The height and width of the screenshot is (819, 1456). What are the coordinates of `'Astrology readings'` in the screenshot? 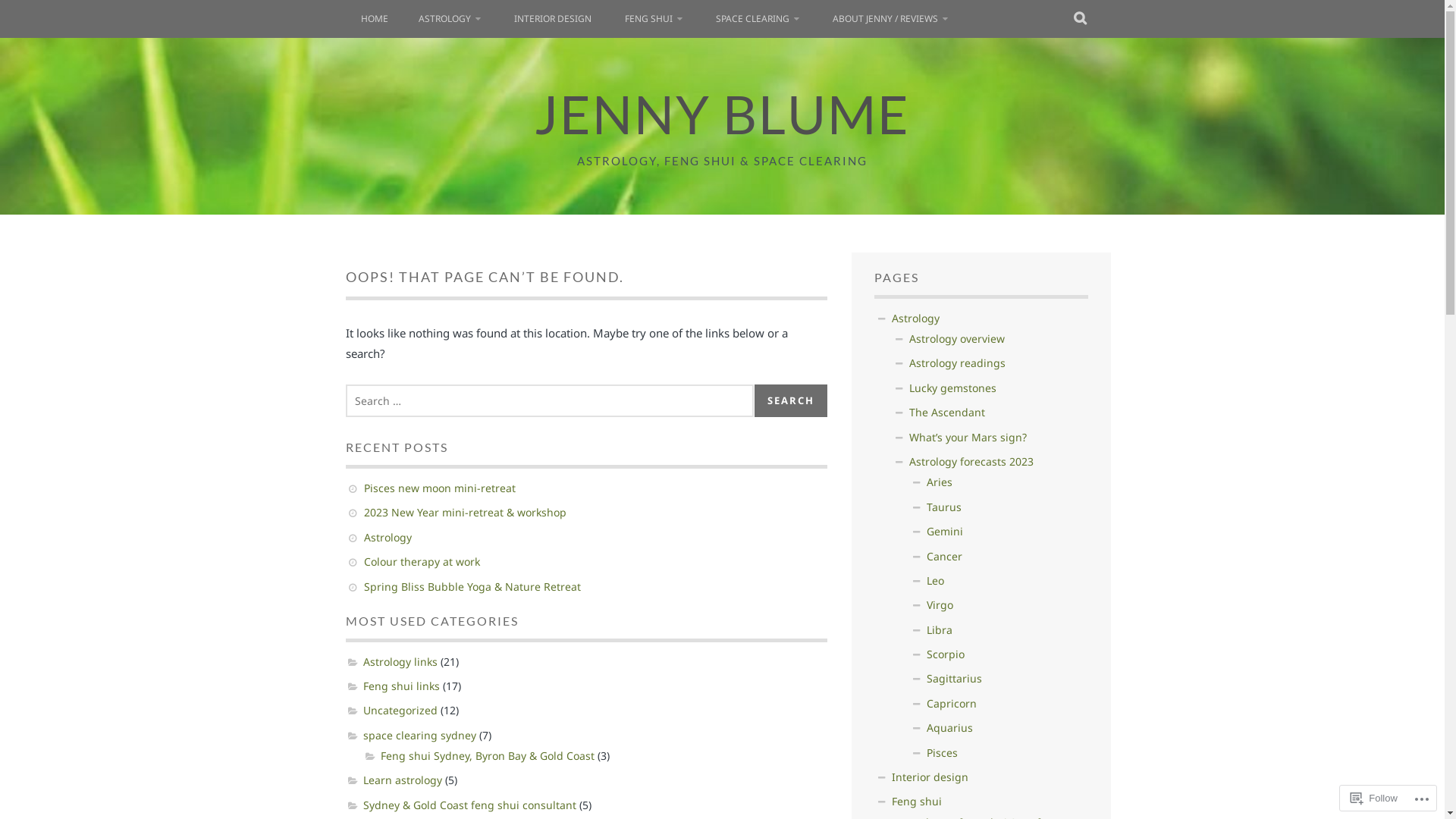 It's located at (956, 362).